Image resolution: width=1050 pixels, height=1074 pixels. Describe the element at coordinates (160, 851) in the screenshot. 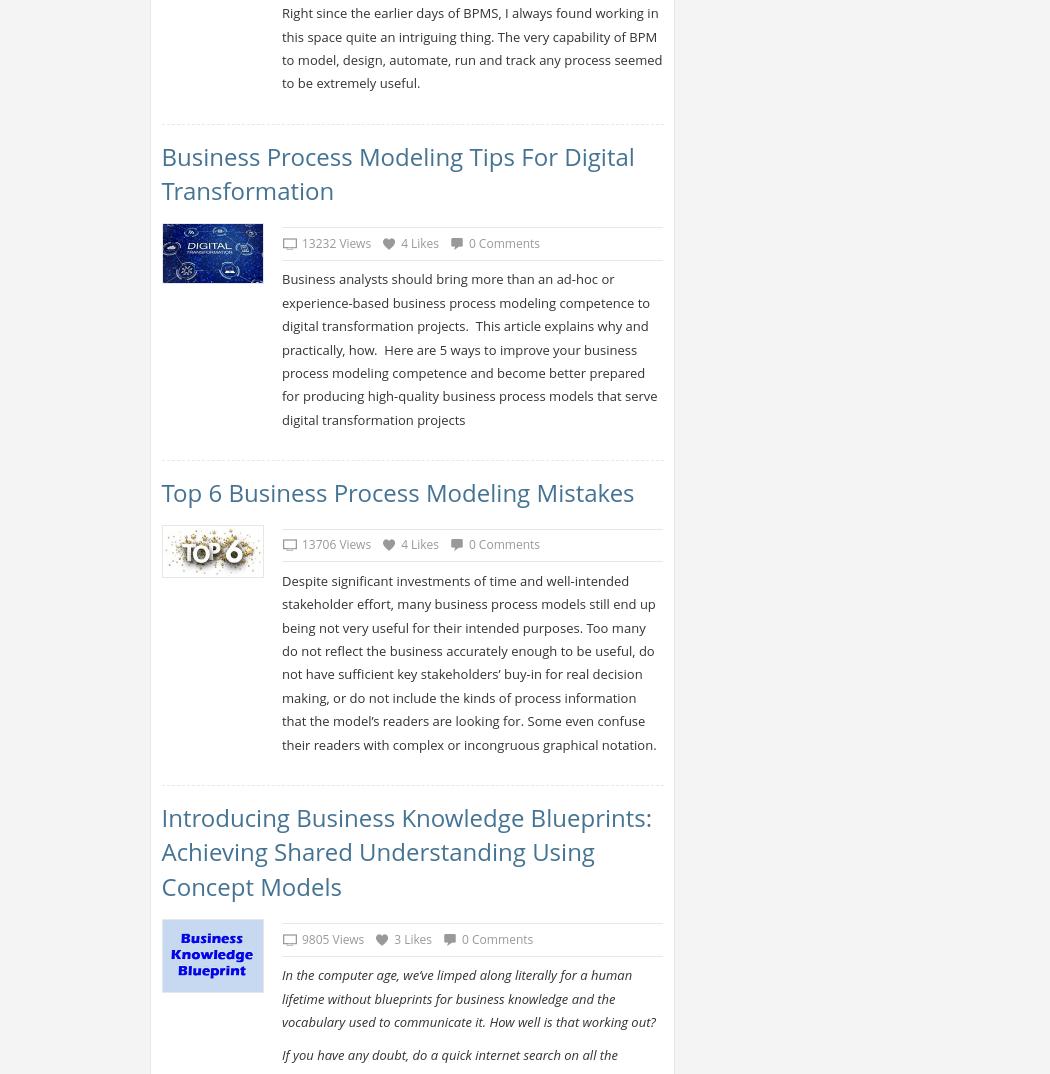

I see `'Introducing Business Knowledge Blueprints: Achieving Shared Understanding Using Concept Models'` at that location.